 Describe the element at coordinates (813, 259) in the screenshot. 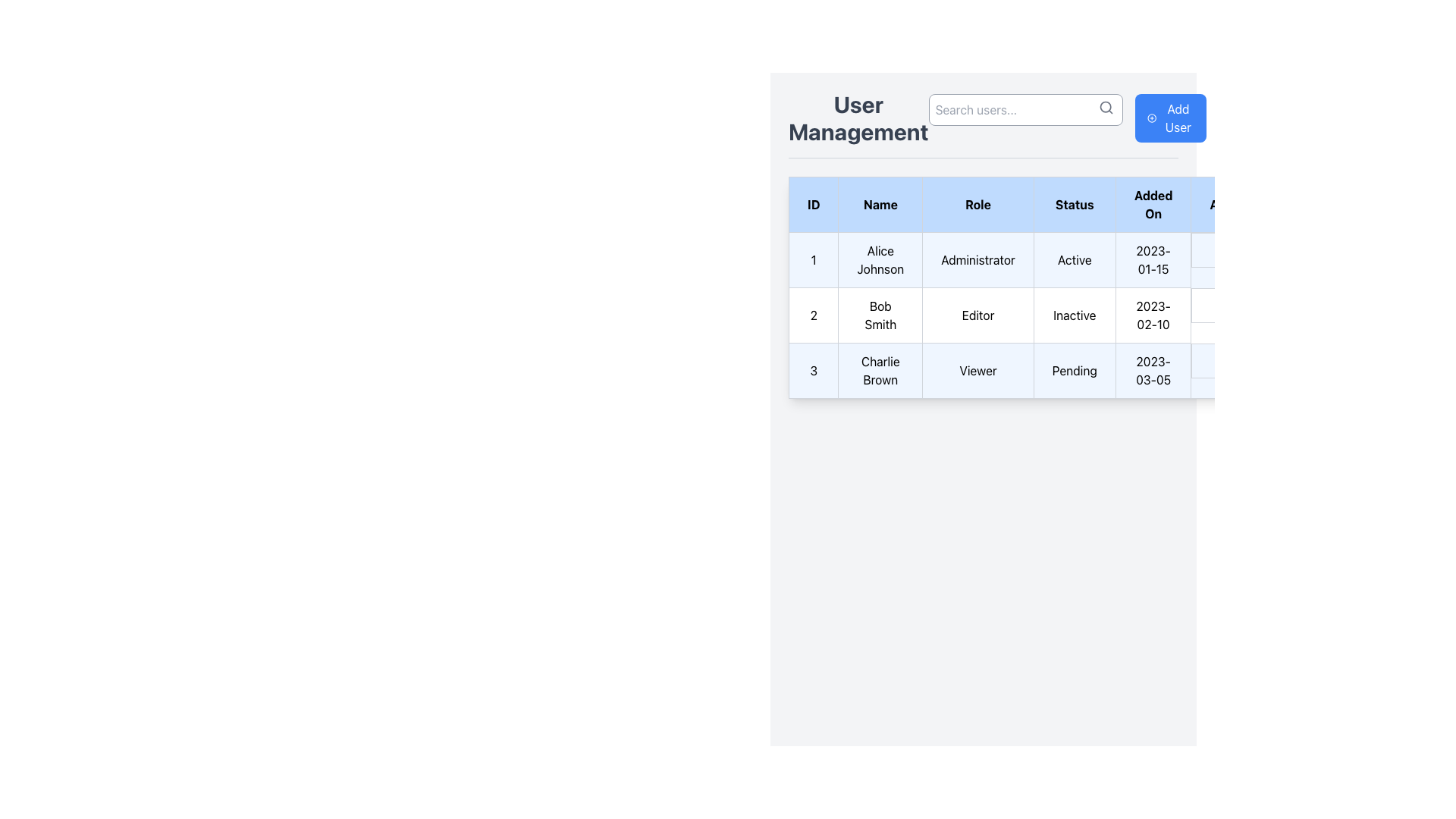

I see `the first cell of the 'ID' column in the user management table, which contains the text '1'` at that location.